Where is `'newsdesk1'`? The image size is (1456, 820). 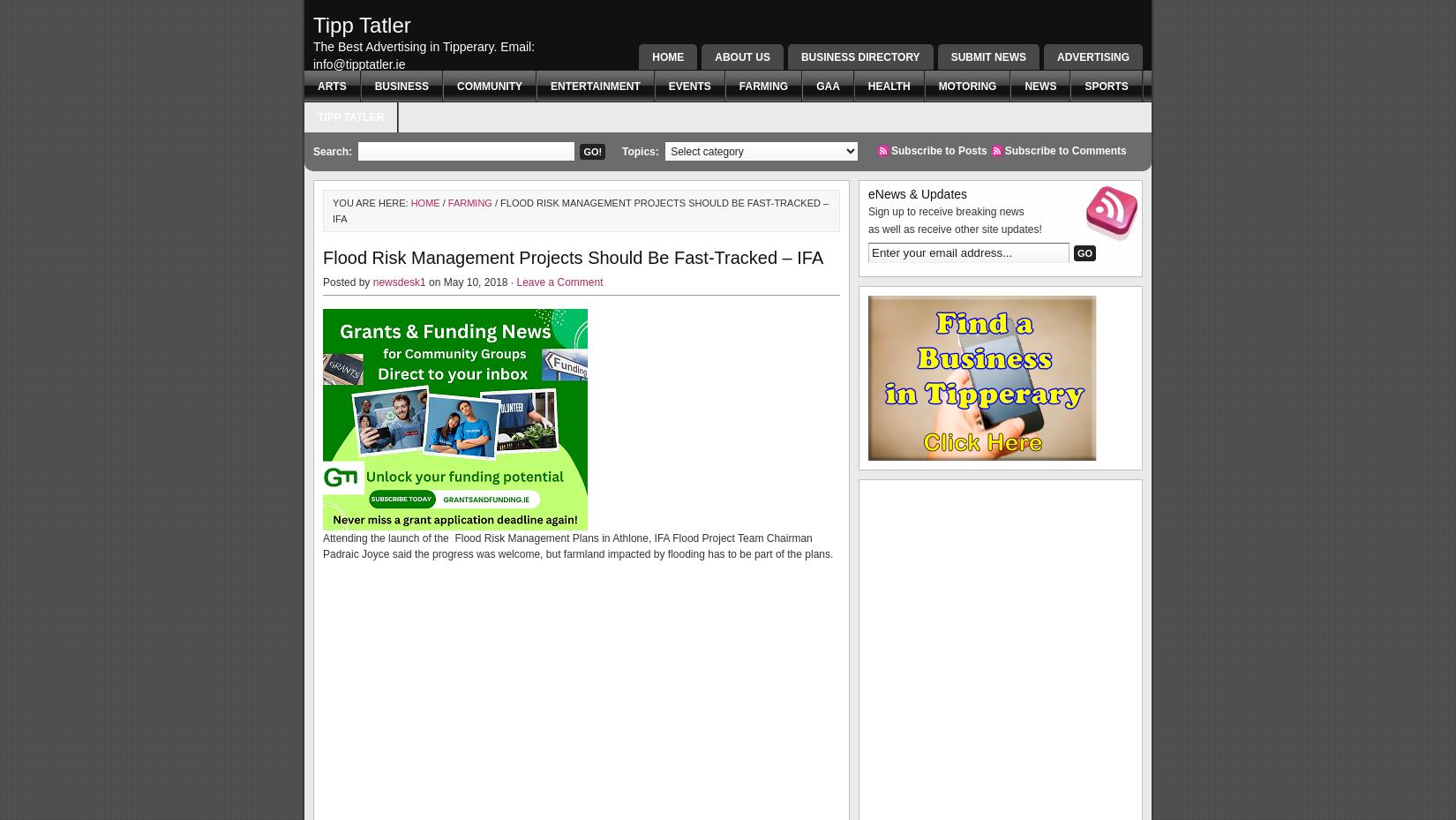 'newsdesk1' is located at coordinates (397, 282).